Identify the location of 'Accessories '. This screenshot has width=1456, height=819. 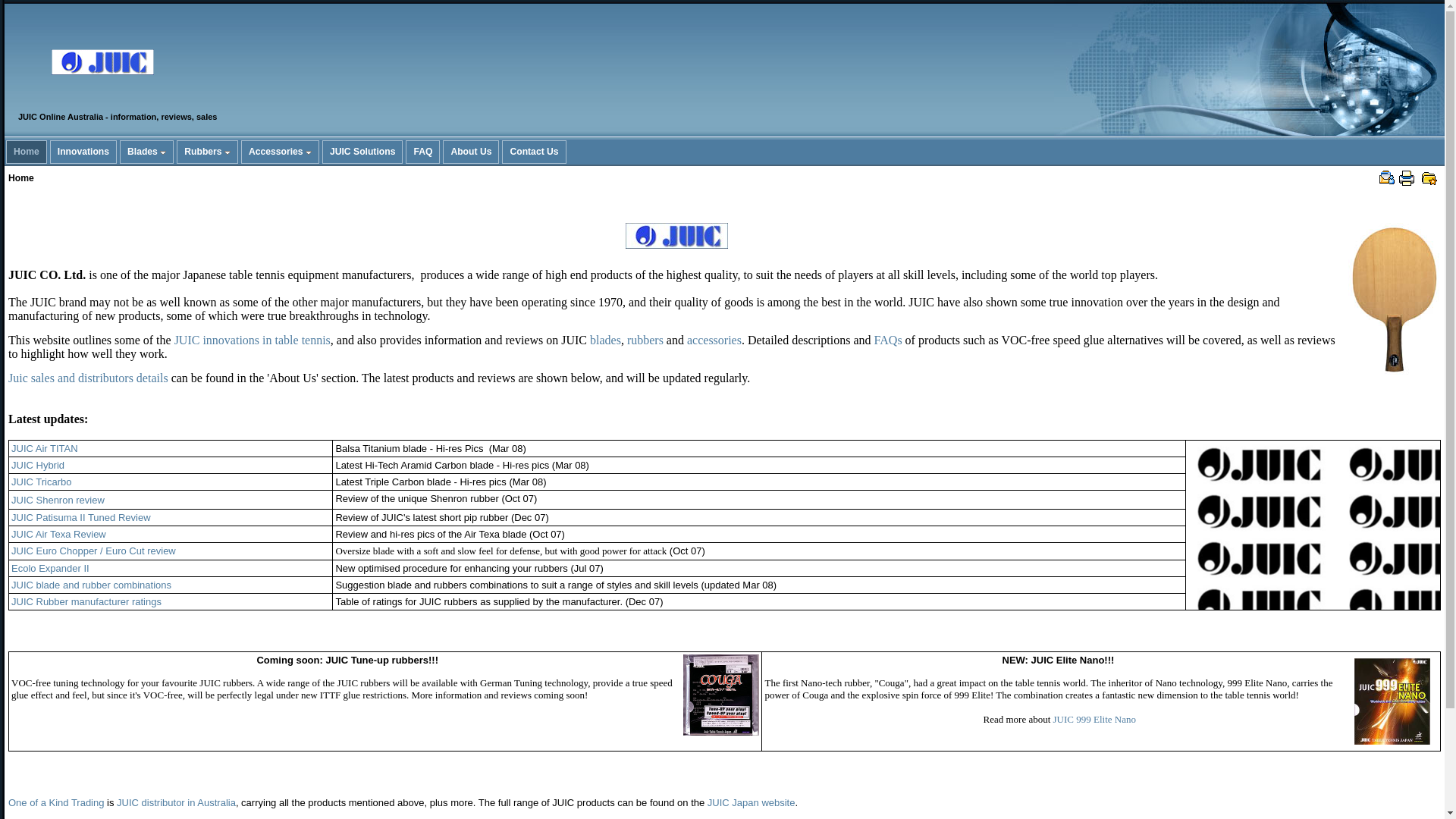
(280, 152).